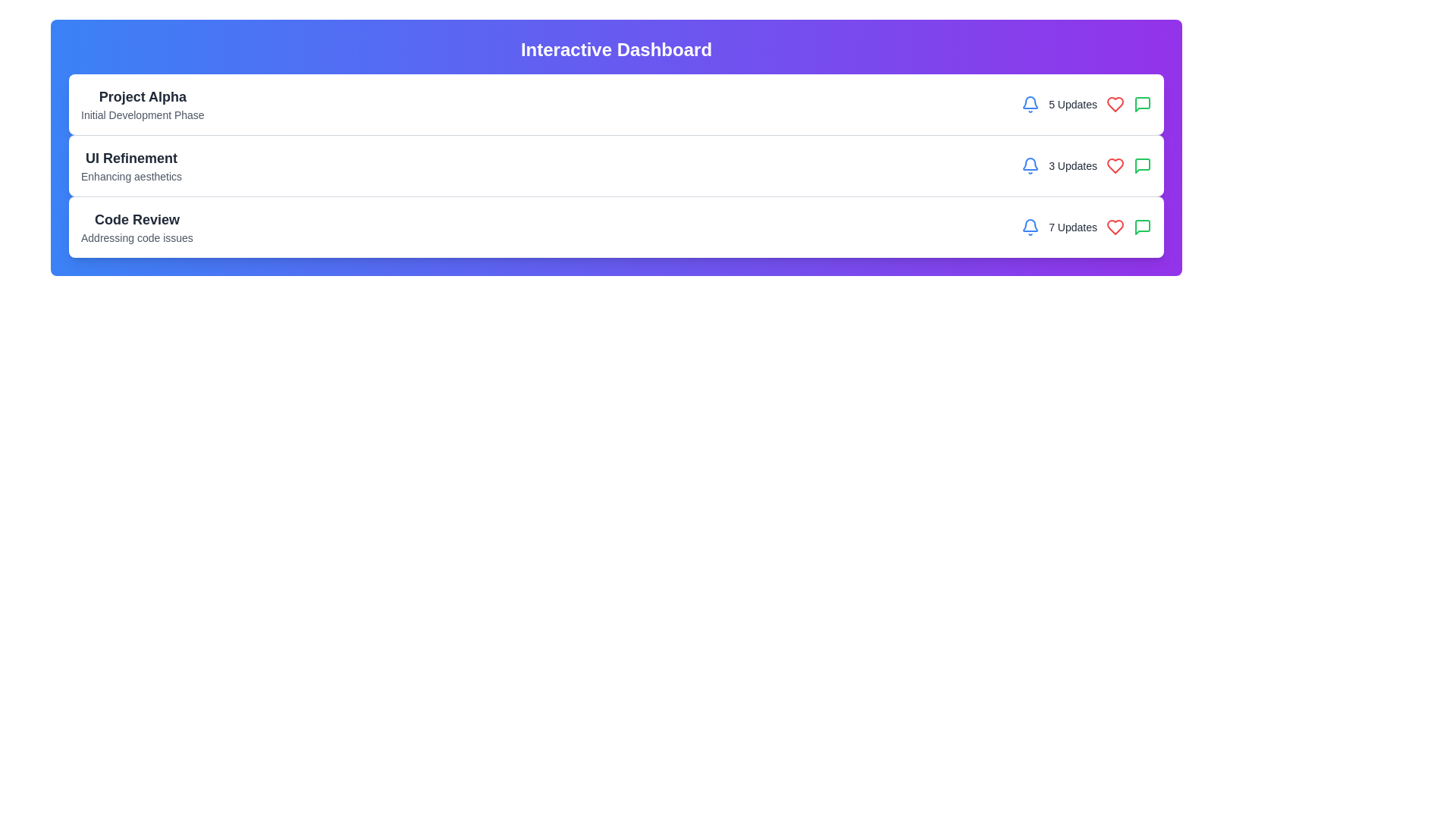  I want to click on summary information from the third card UI component in the dashboard interface, located below the 'UI Refinement' card, so click(616, 227).